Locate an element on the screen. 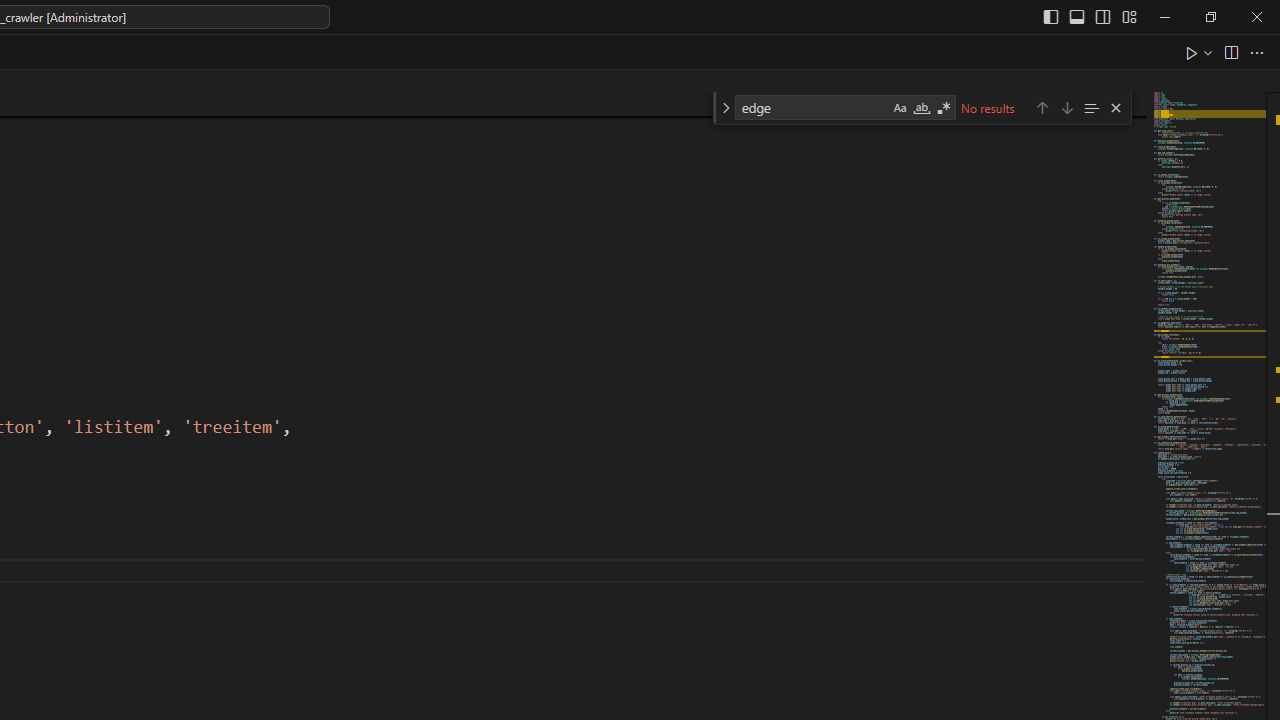 The width and height of the screenshot is (1280, 720). 'Editor actions' is located at coordinates (1225, 51).